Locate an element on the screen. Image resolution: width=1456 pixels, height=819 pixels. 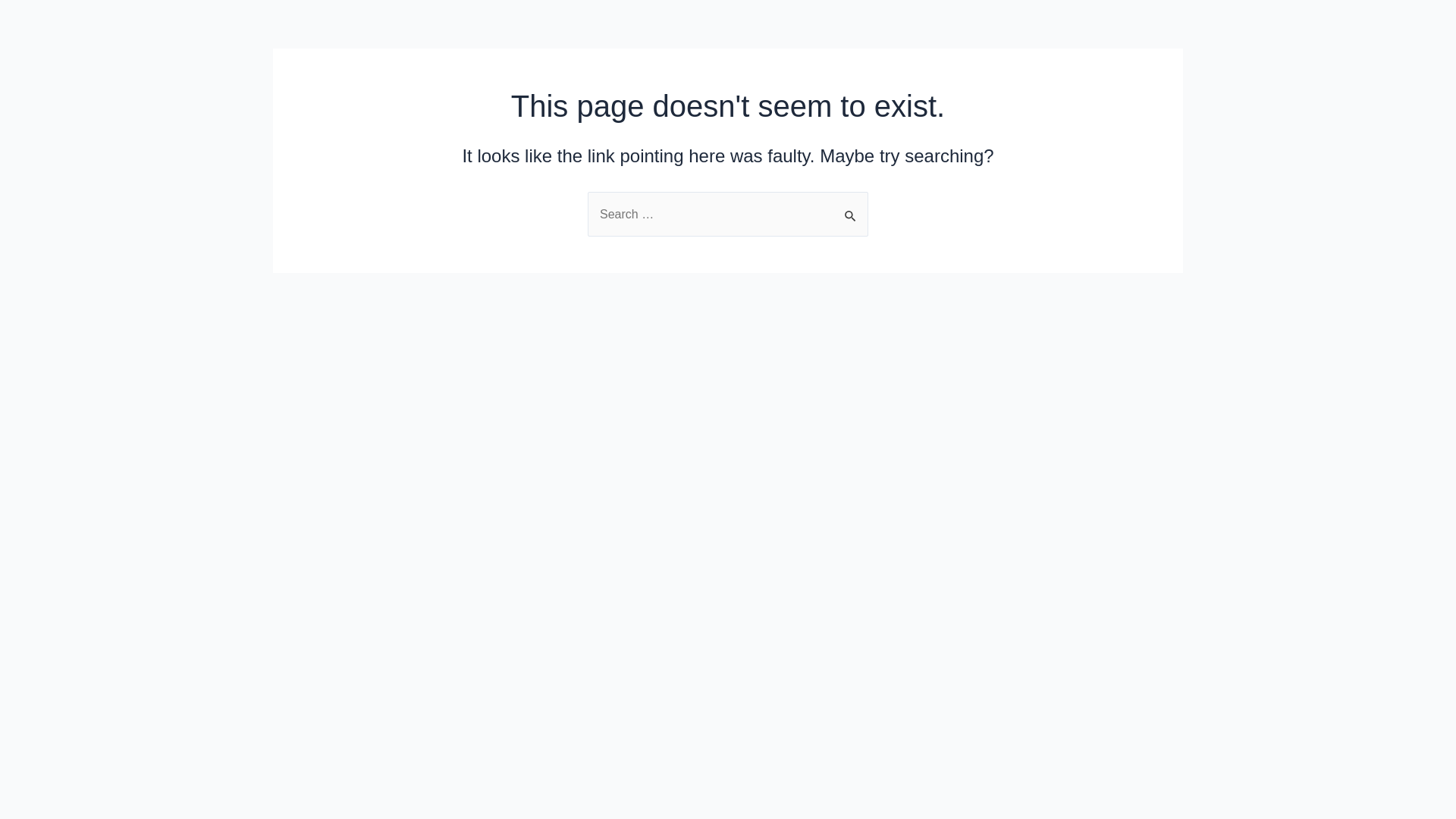
'Search' is located at coordinates (851, 207).